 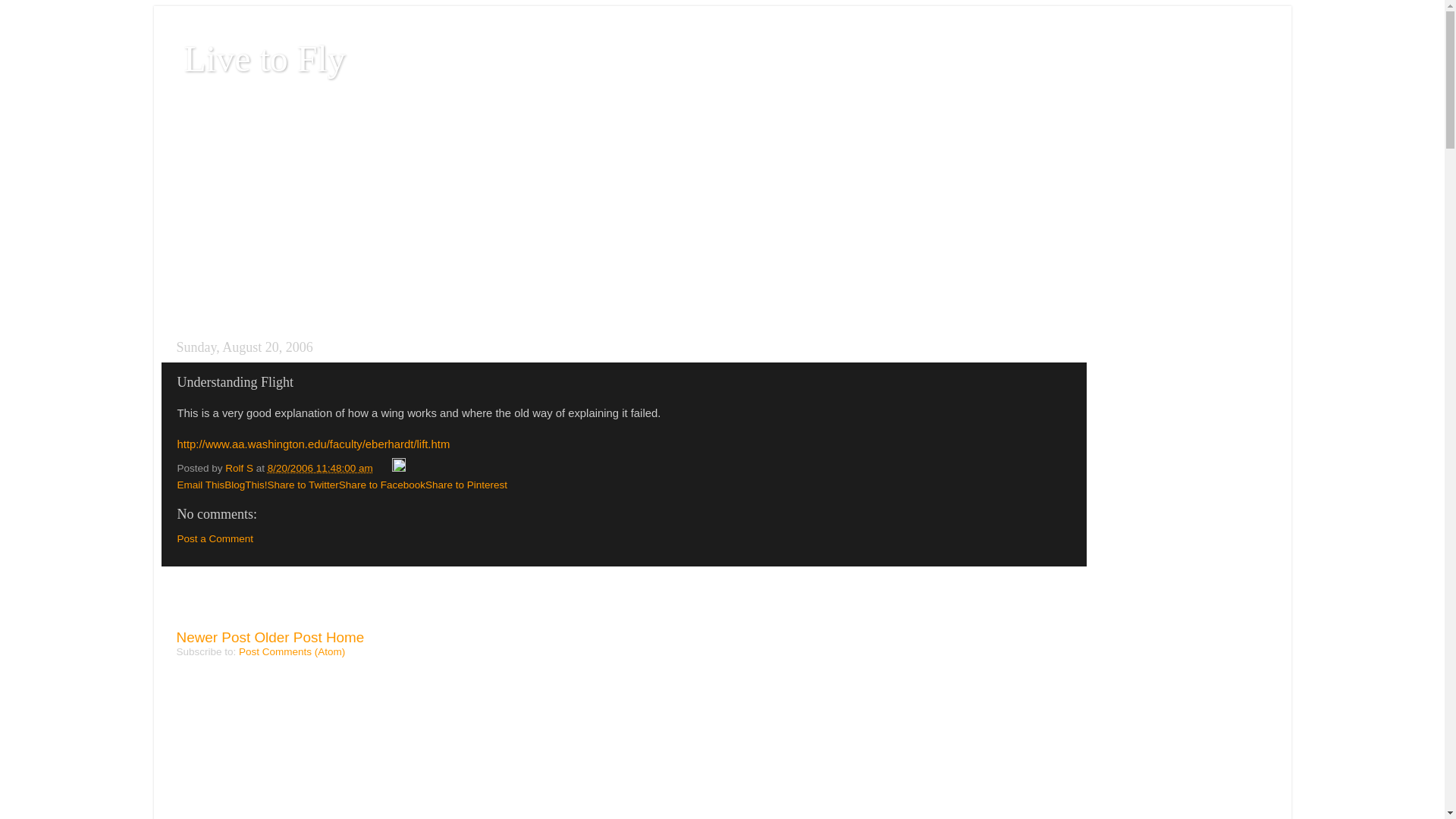 I want to click on 'Home', so click(x=344, y=637).